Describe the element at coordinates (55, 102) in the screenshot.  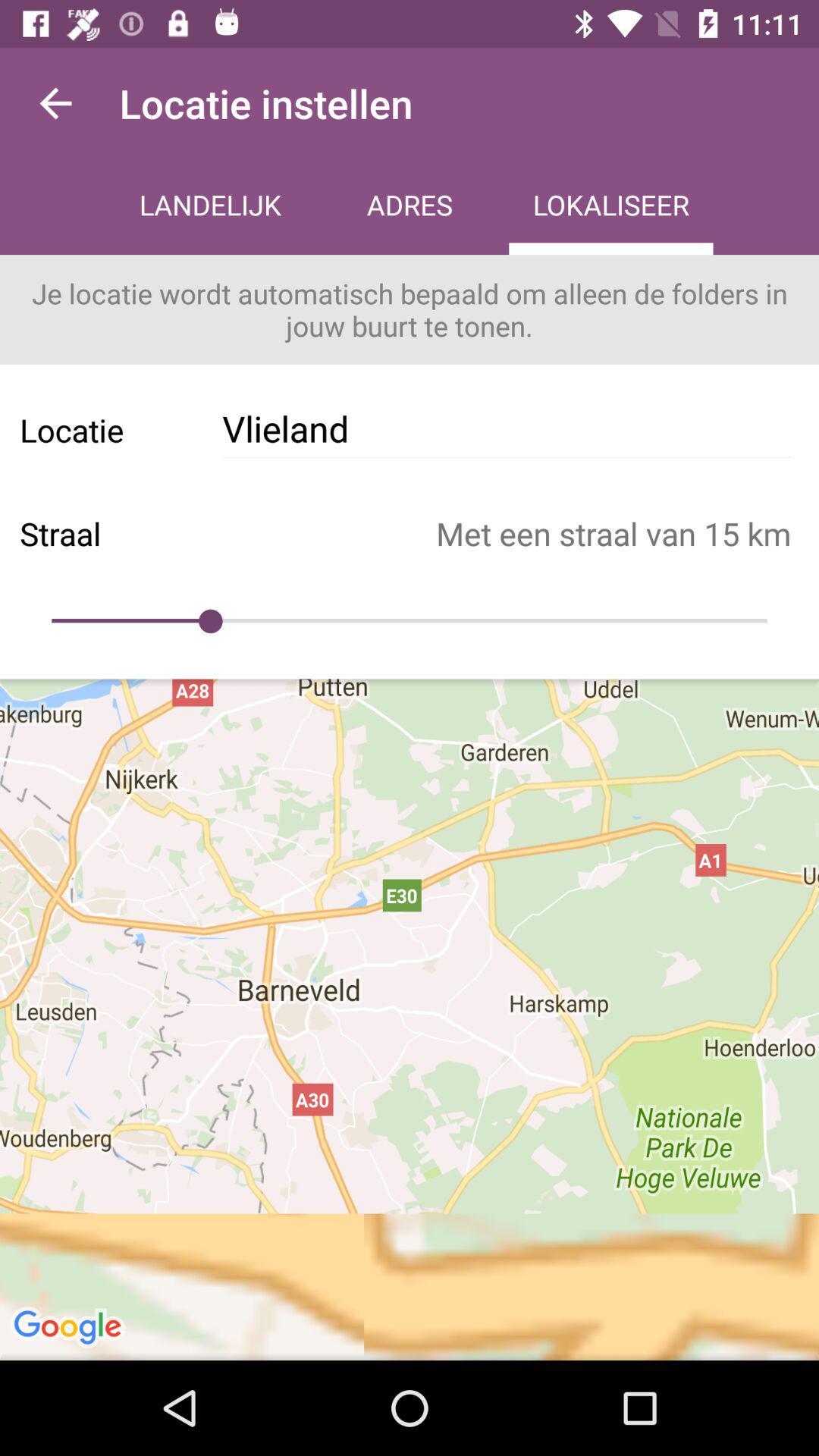
I see `icon next to the landelijk icon` at that location.